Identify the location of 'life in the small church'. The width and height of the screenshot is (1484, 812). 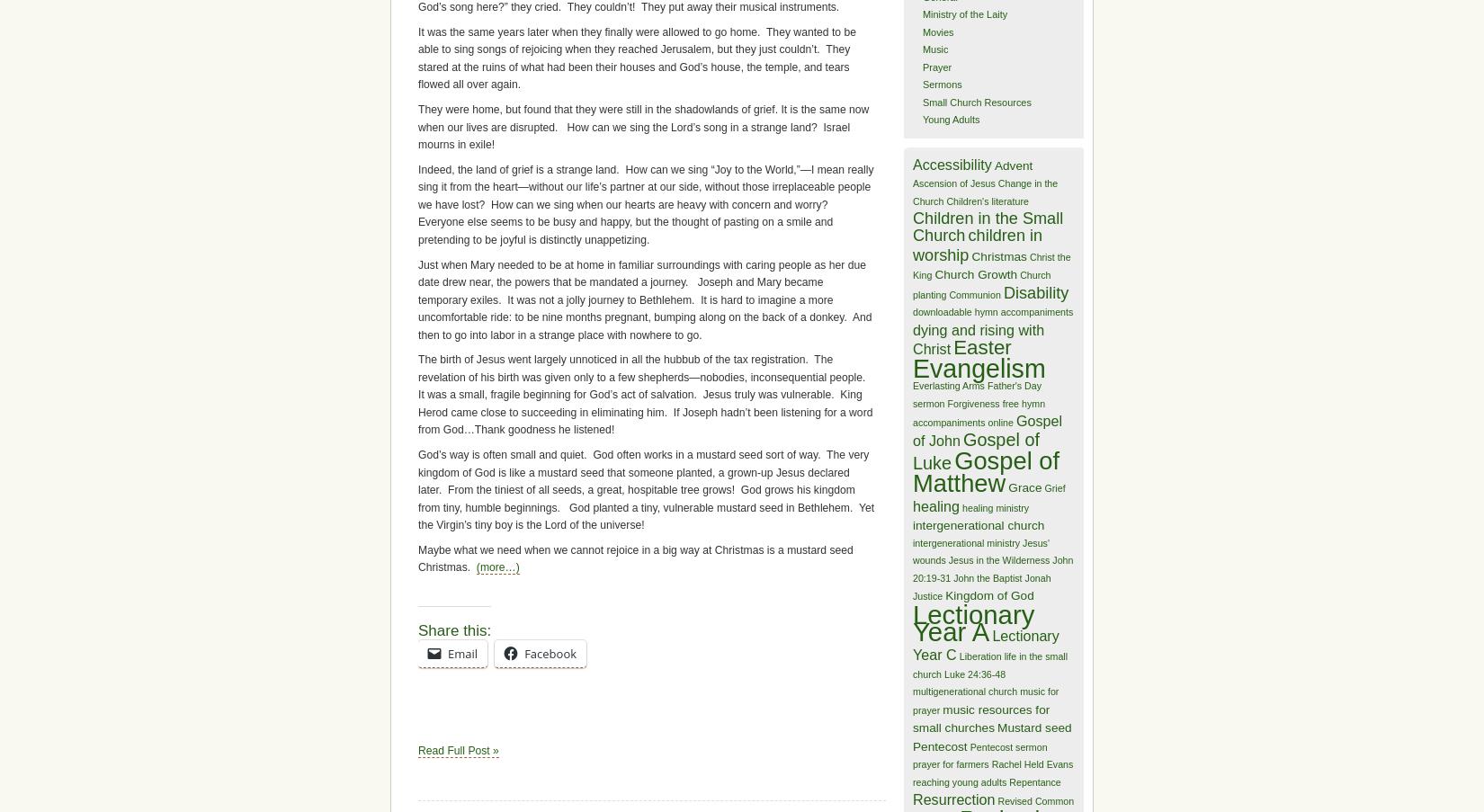
(990, 665).